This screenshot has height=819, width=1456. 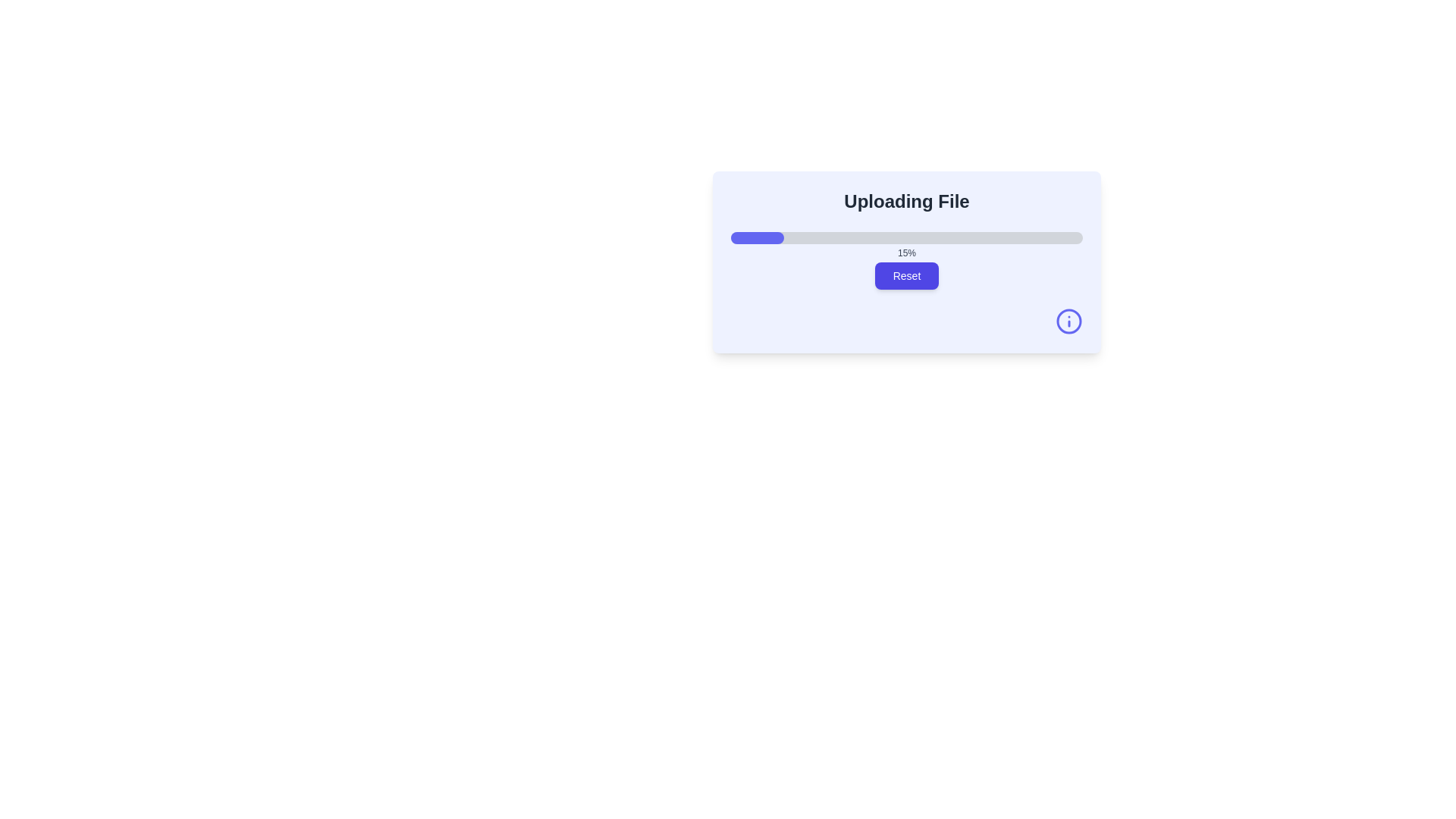 I want to click on the 'Reset' button, which is a rectangular button with rounded corners, displaying white text on a blue background, located below the progress bar indicating '10%', so click(x=906, y=275).